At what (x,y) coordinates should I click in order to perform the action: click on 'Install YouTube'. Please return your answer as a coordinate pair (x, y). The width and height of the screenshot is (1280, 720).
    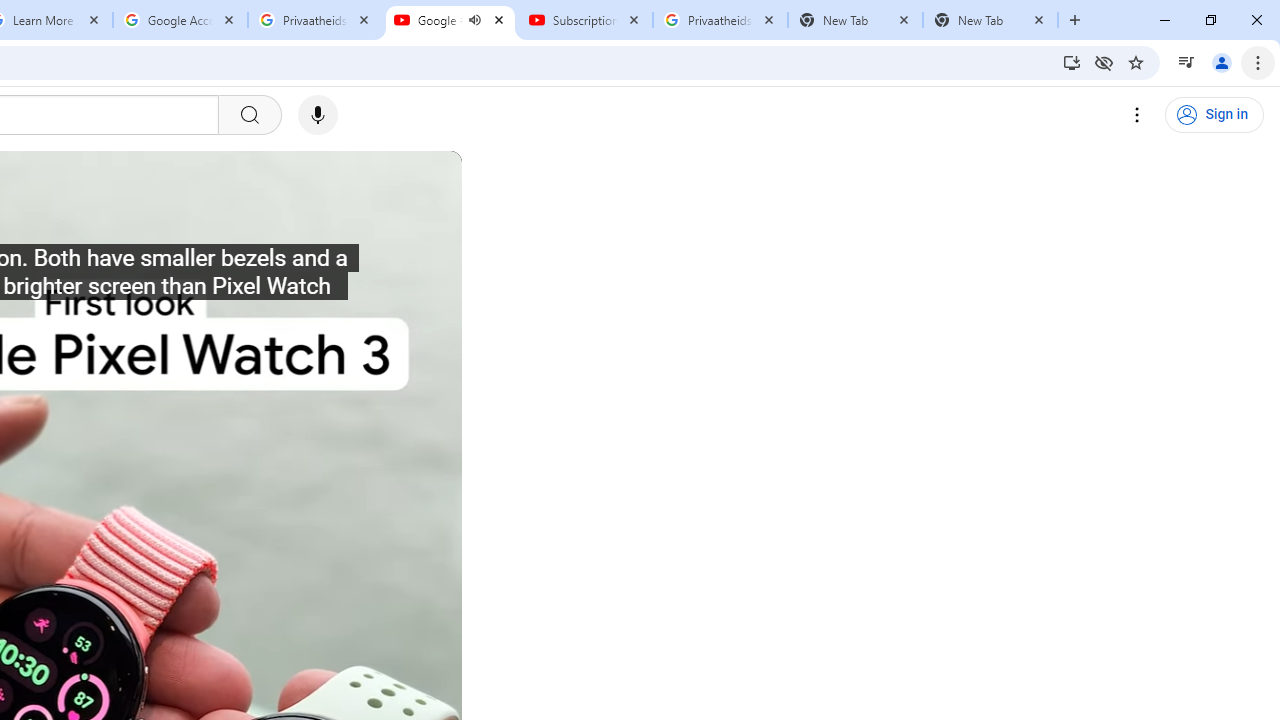
    Looking at the image, I should click on (1071, 61).